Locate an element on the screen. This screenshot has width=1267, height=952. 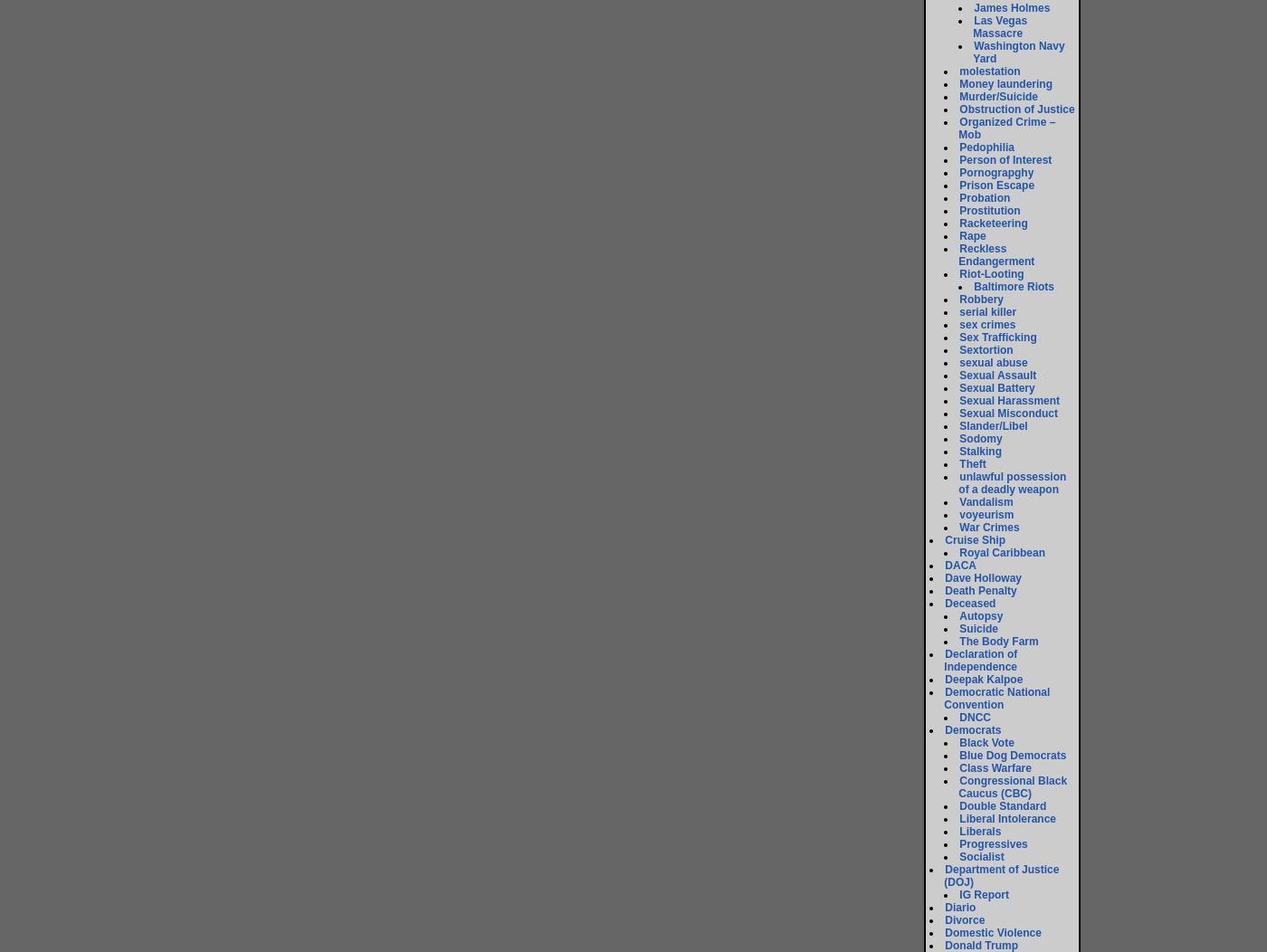
'IG Report' is located at coordinates (958, 894).